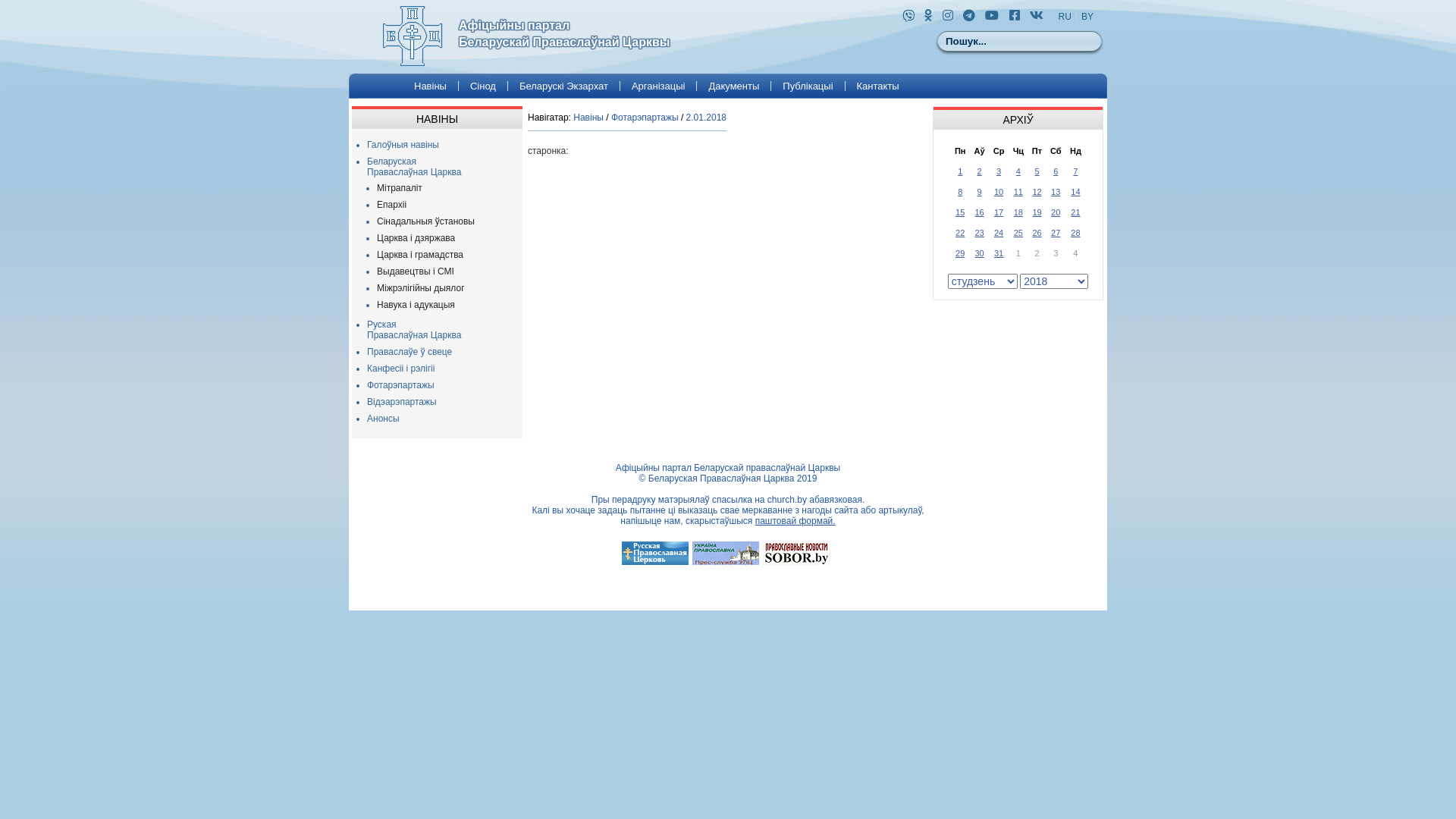 Image resolution: width=1456 pixels, height=819 pixels. Describe the element at coordinates (1074, 171) in the screenshot. I see `'7'` at that location.